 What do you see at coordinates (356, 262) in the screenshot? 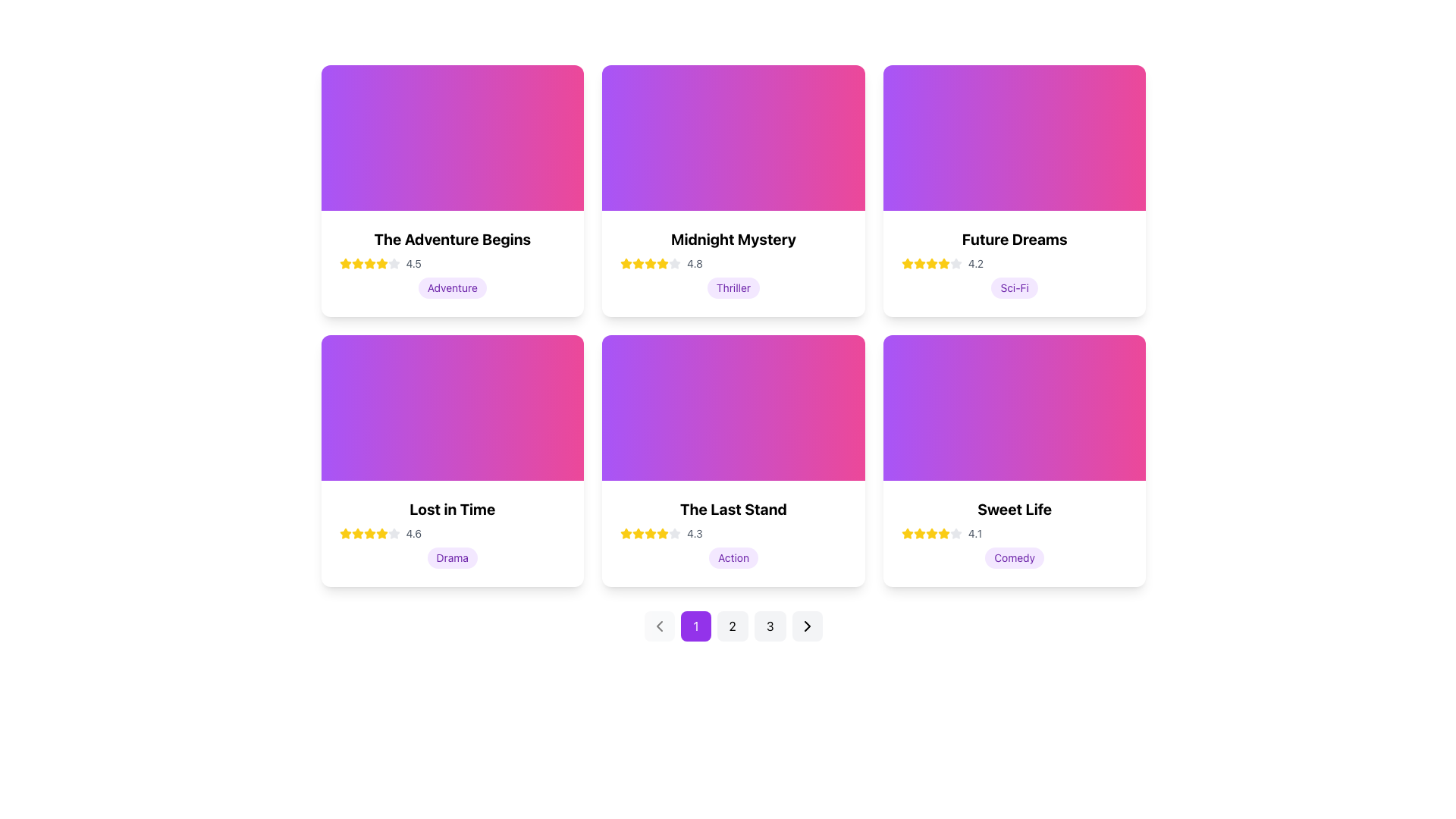
I see `the second star icon with a yellow fill in the rating system under the title 'The Adventure Begins' to interact with the rating system` at bounding box center [356, 262].